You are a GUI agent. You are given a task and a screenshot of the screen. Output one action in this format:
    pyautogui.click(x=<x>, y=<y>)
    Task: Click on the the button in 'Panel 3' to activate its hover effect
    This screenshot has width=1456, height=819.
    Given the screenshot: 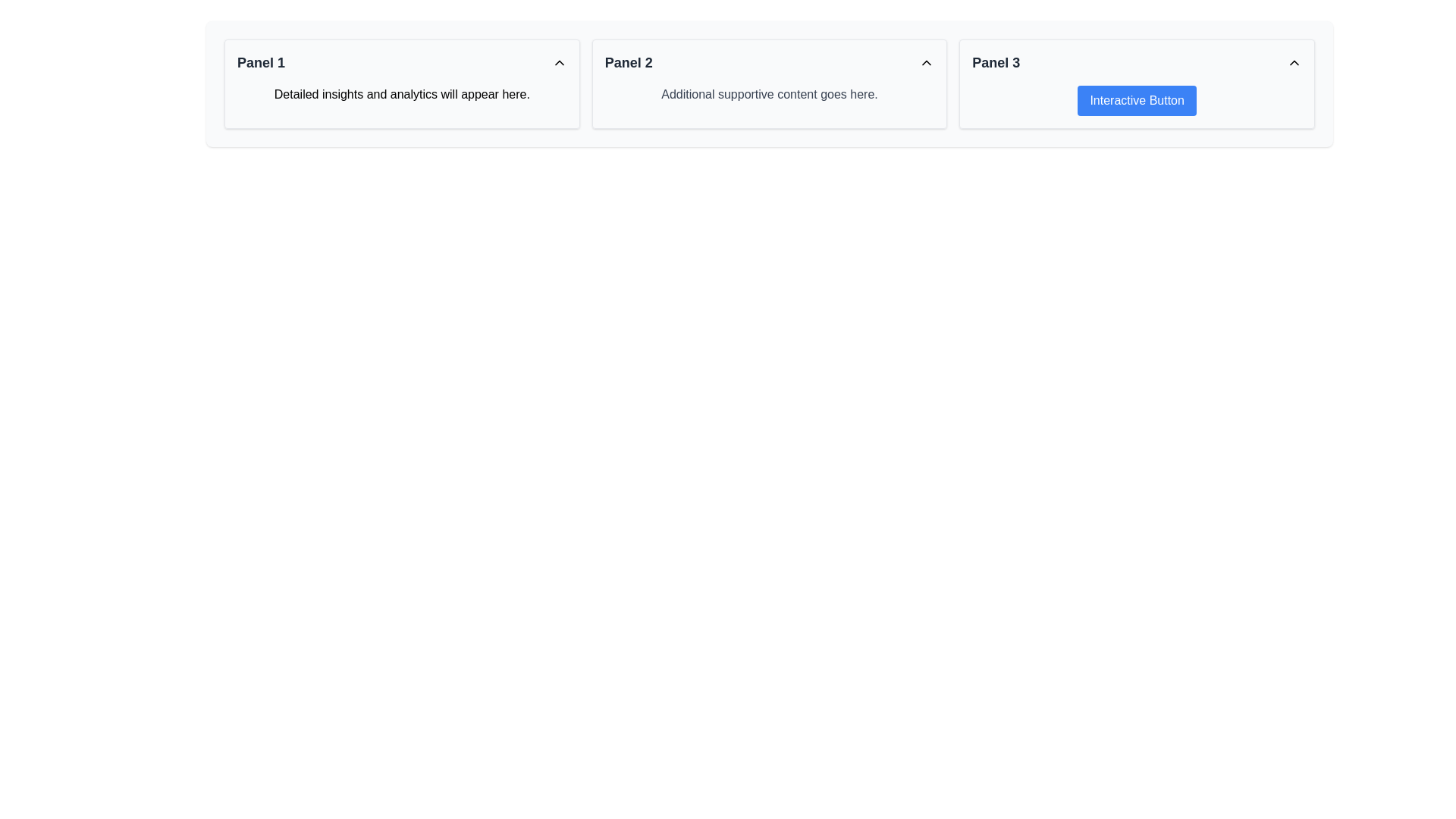 What is the action you would take?
    pyautogui.click(x=1137, y=84)
    